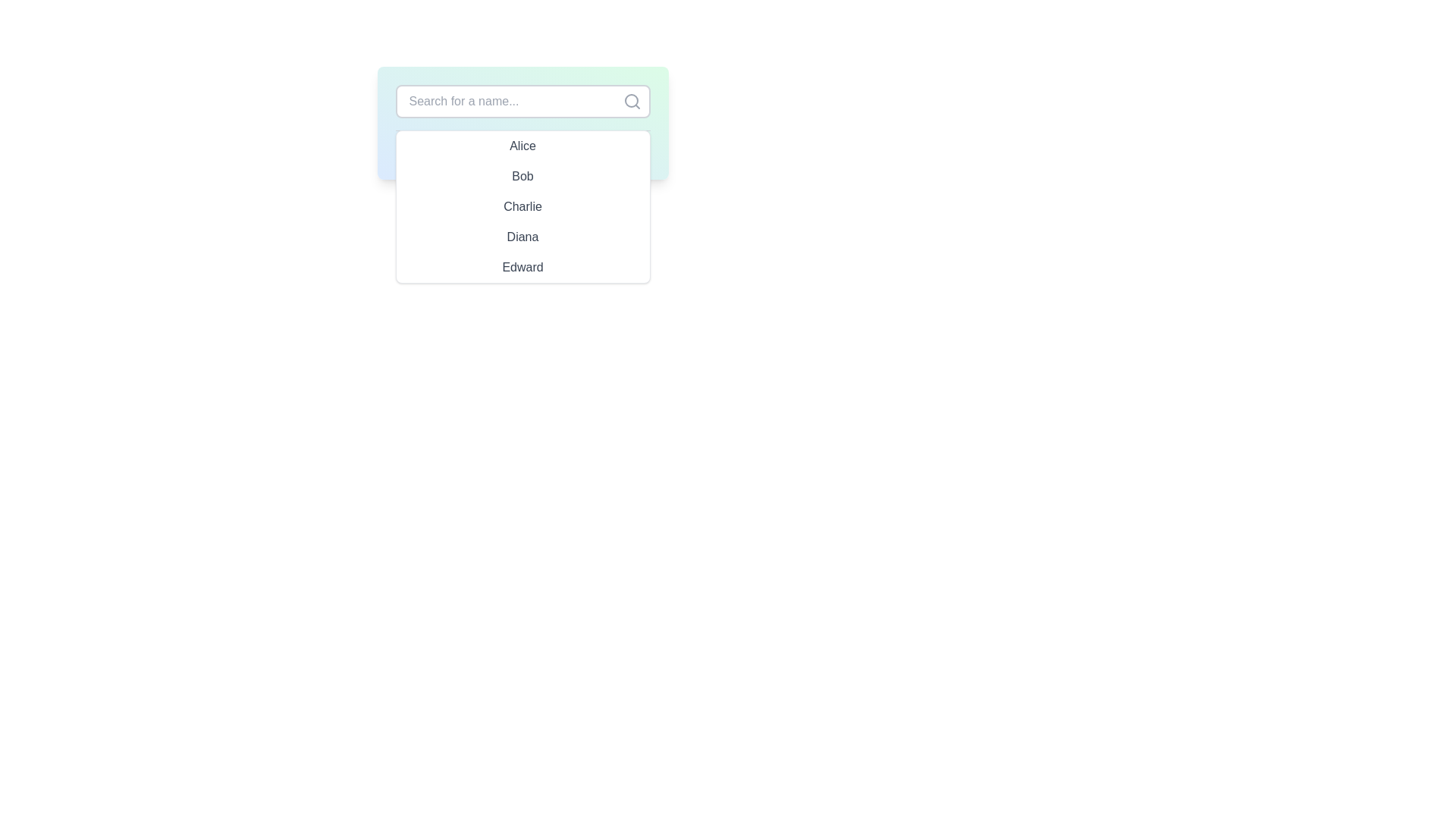 The width and height of the screenshot is (1456, 819). What do you see at coordinates (522, 146) in the screenshot?
I see `the first item in the drop-down menu` at bounding box center [522, 146].